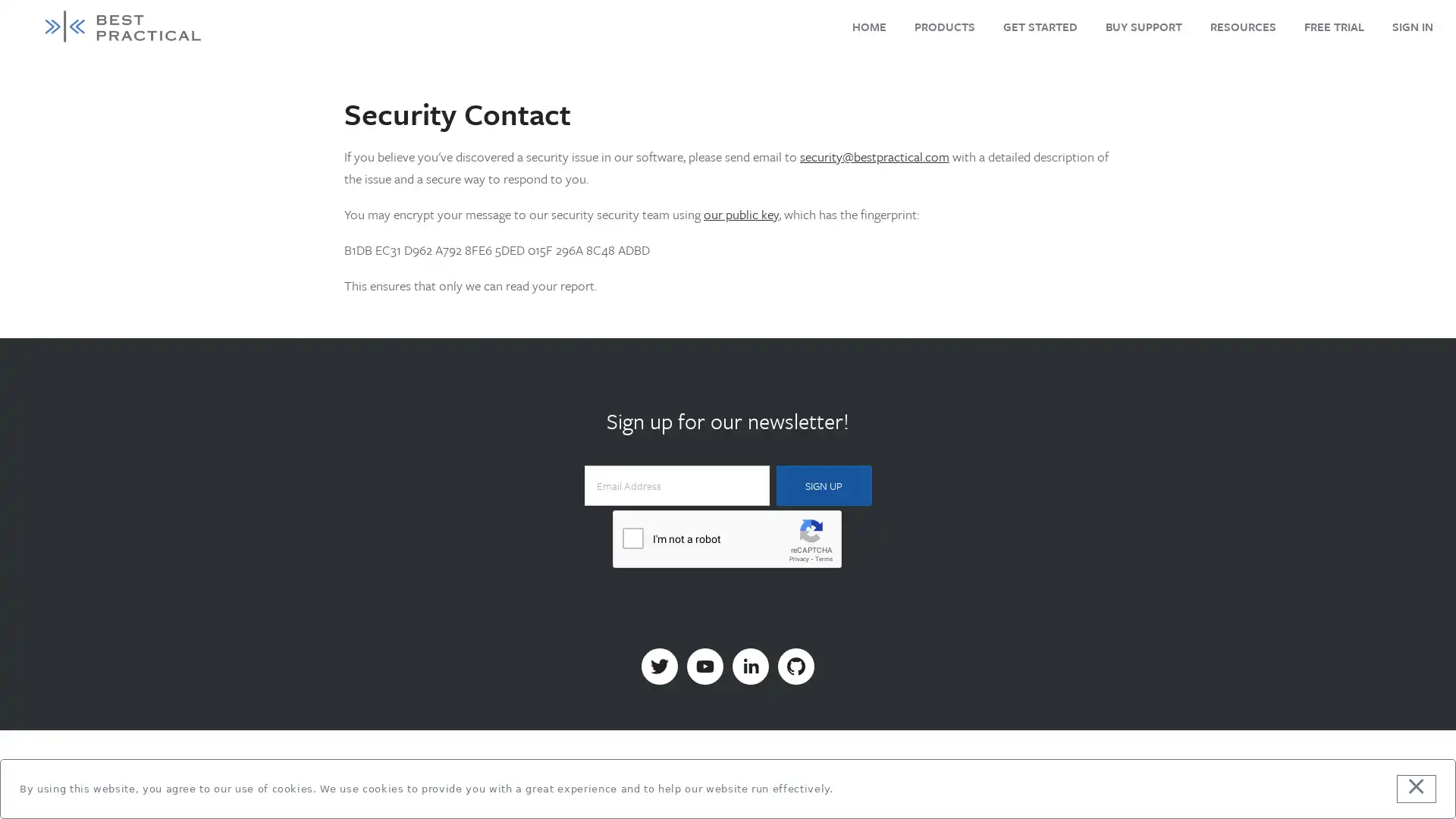  I want to click on SIGN UP, so click(822, 485).